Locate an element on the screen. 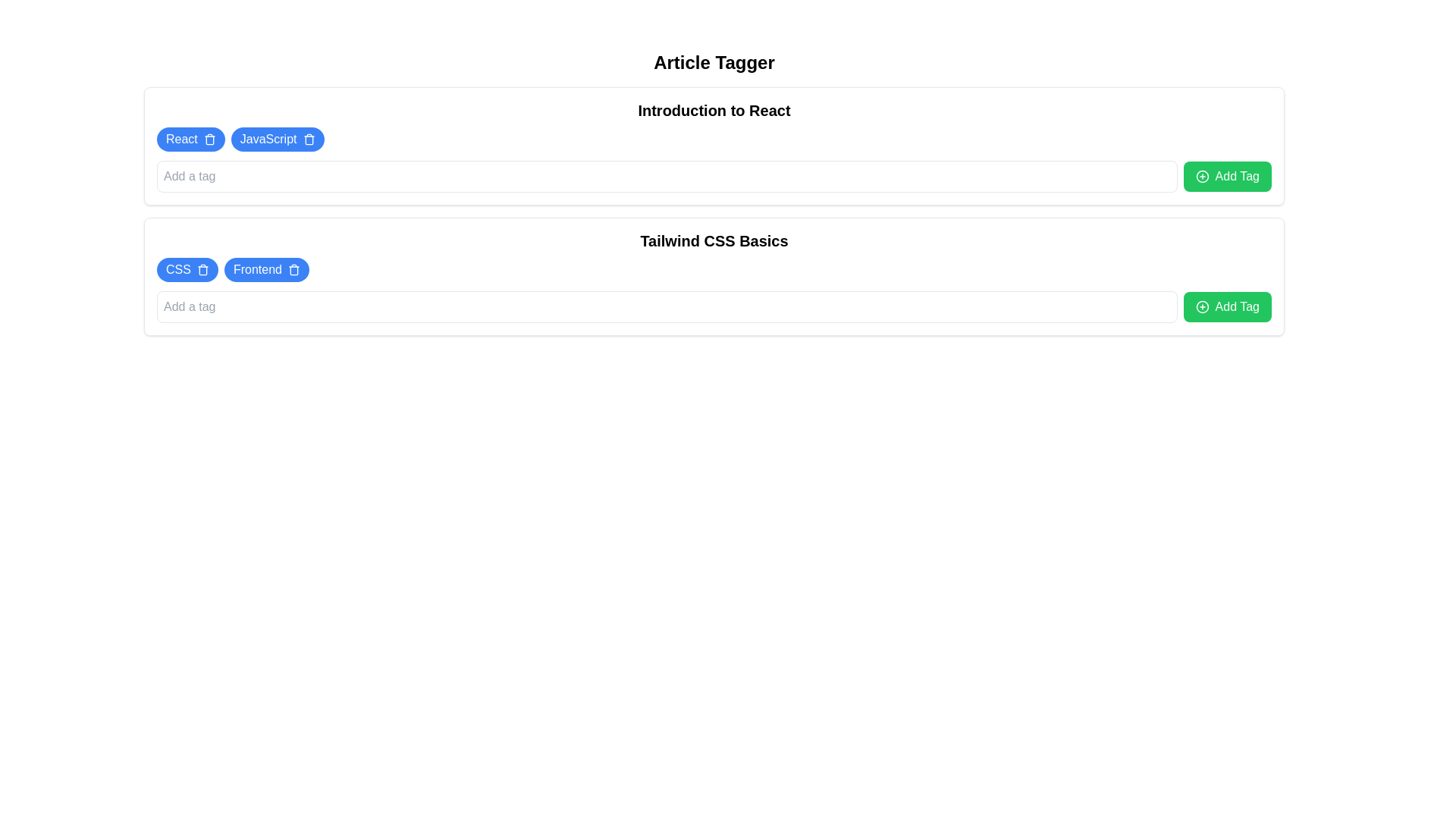 The width and height of the screenshot is (1456, 819). the icon-based button adjacent to the 'Frontend' label is located at coordinates (294, 268).